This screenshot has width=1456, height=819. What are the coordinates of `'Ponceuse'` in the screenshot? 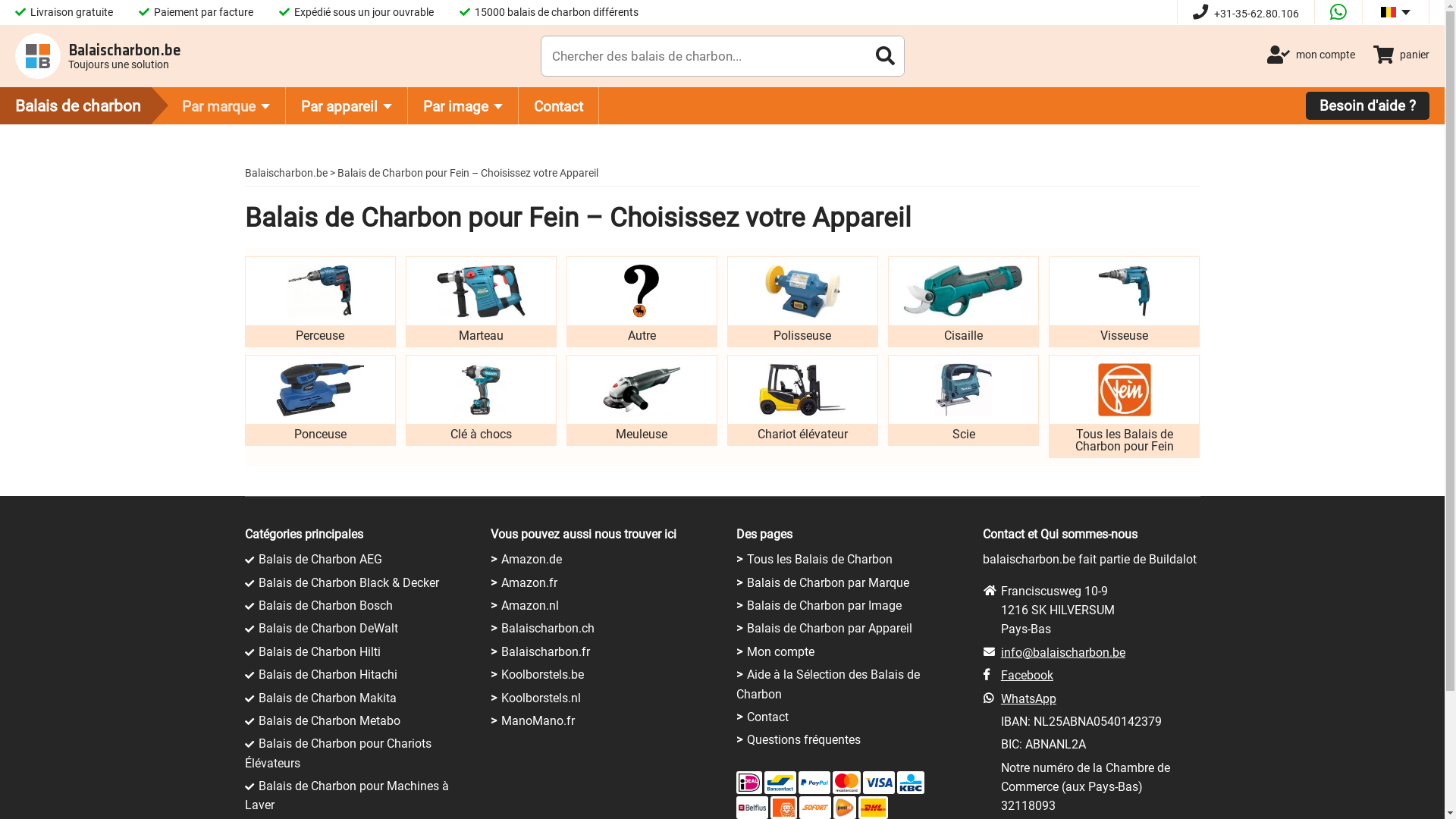 It's located at (318, 400).